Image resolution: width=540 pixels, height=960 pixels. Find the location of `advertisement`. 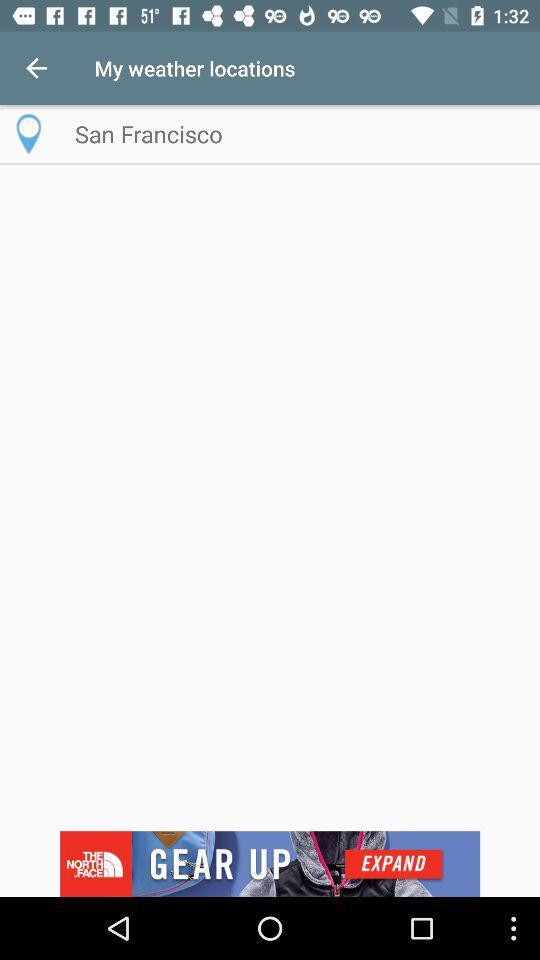

advertisement is located at coordinates (270, 863).